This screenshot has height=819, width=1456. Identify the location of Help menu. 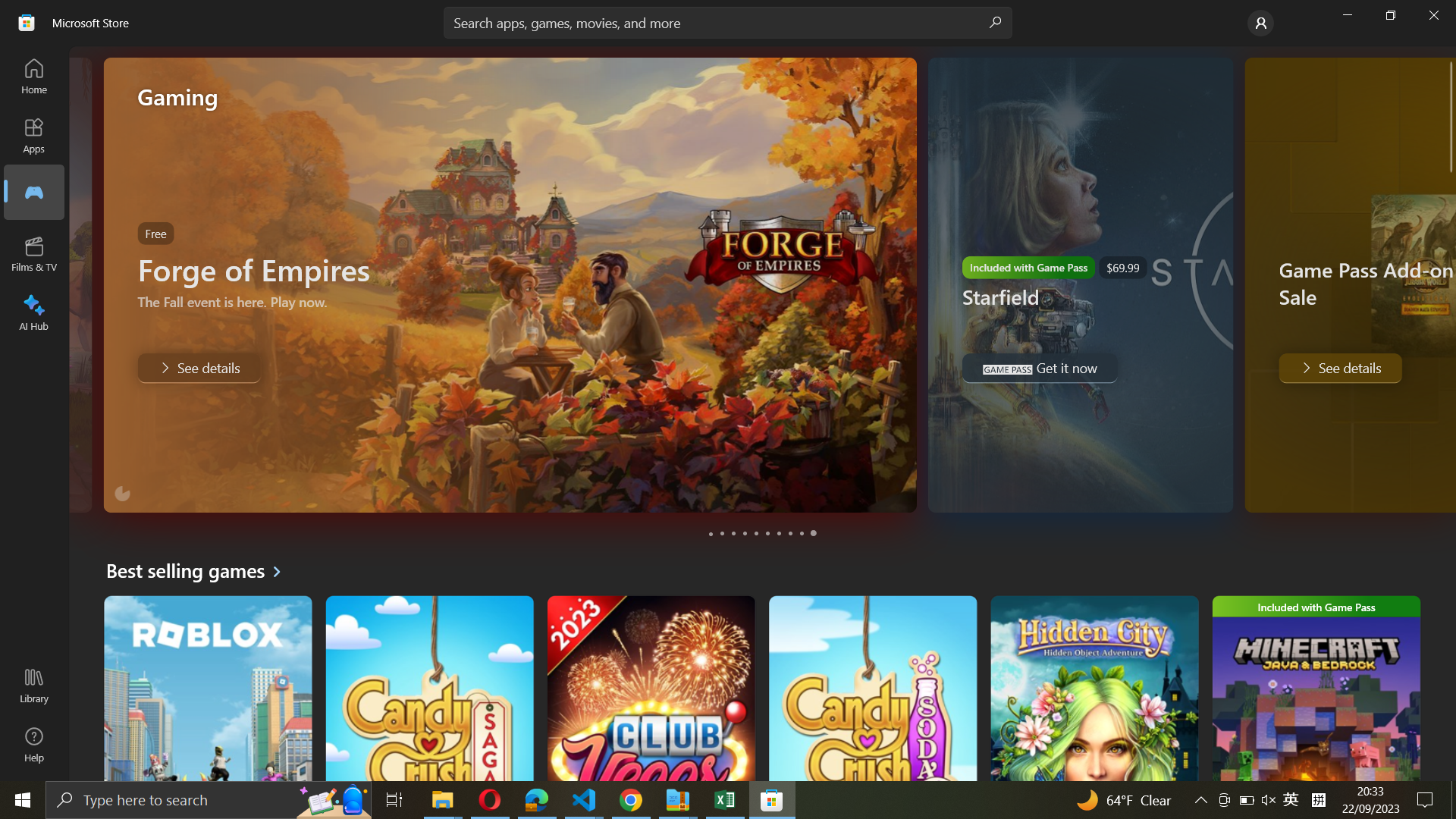
(33, 745).